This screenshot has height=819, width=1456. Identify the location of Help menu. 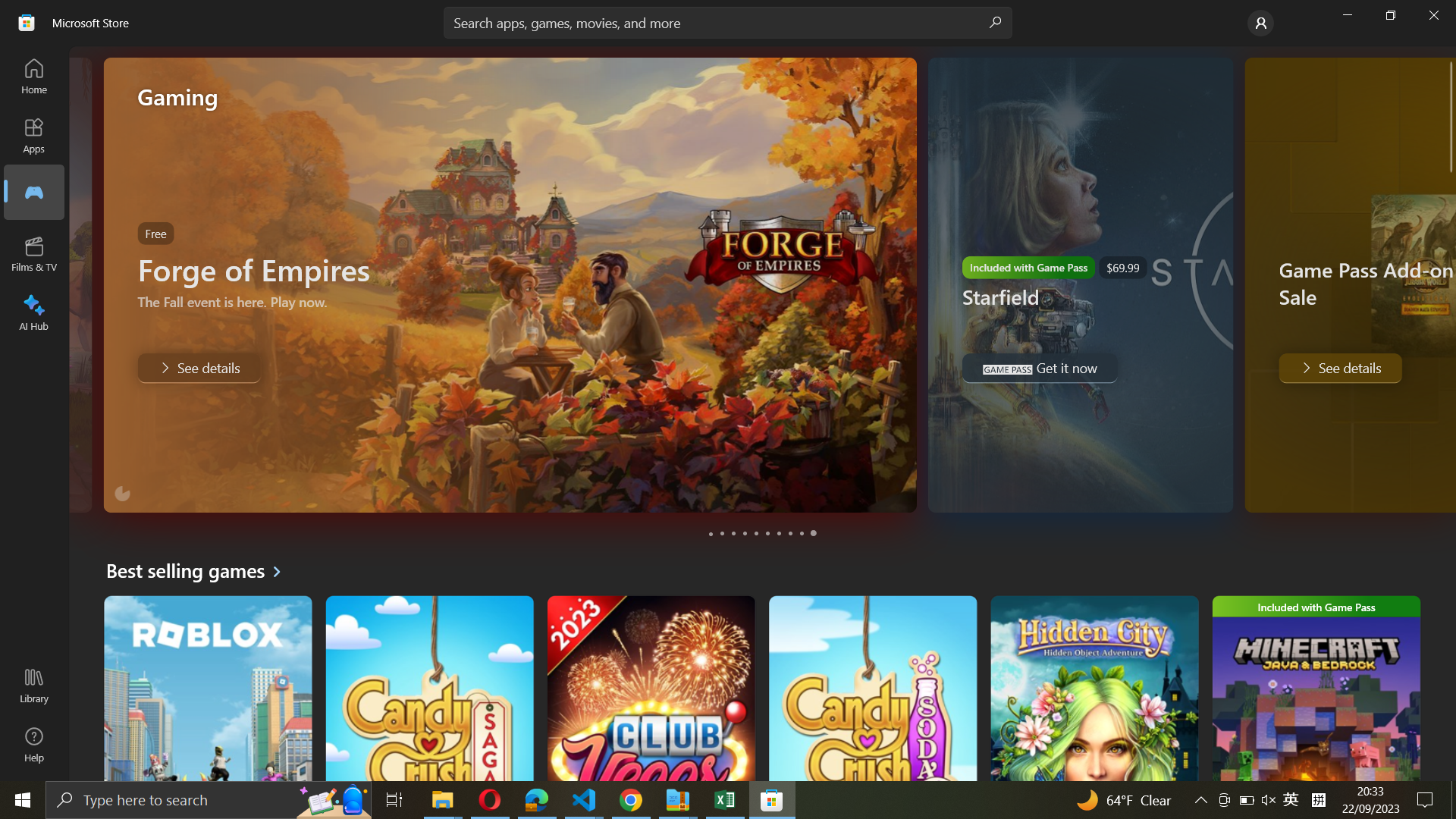
(33, 745).